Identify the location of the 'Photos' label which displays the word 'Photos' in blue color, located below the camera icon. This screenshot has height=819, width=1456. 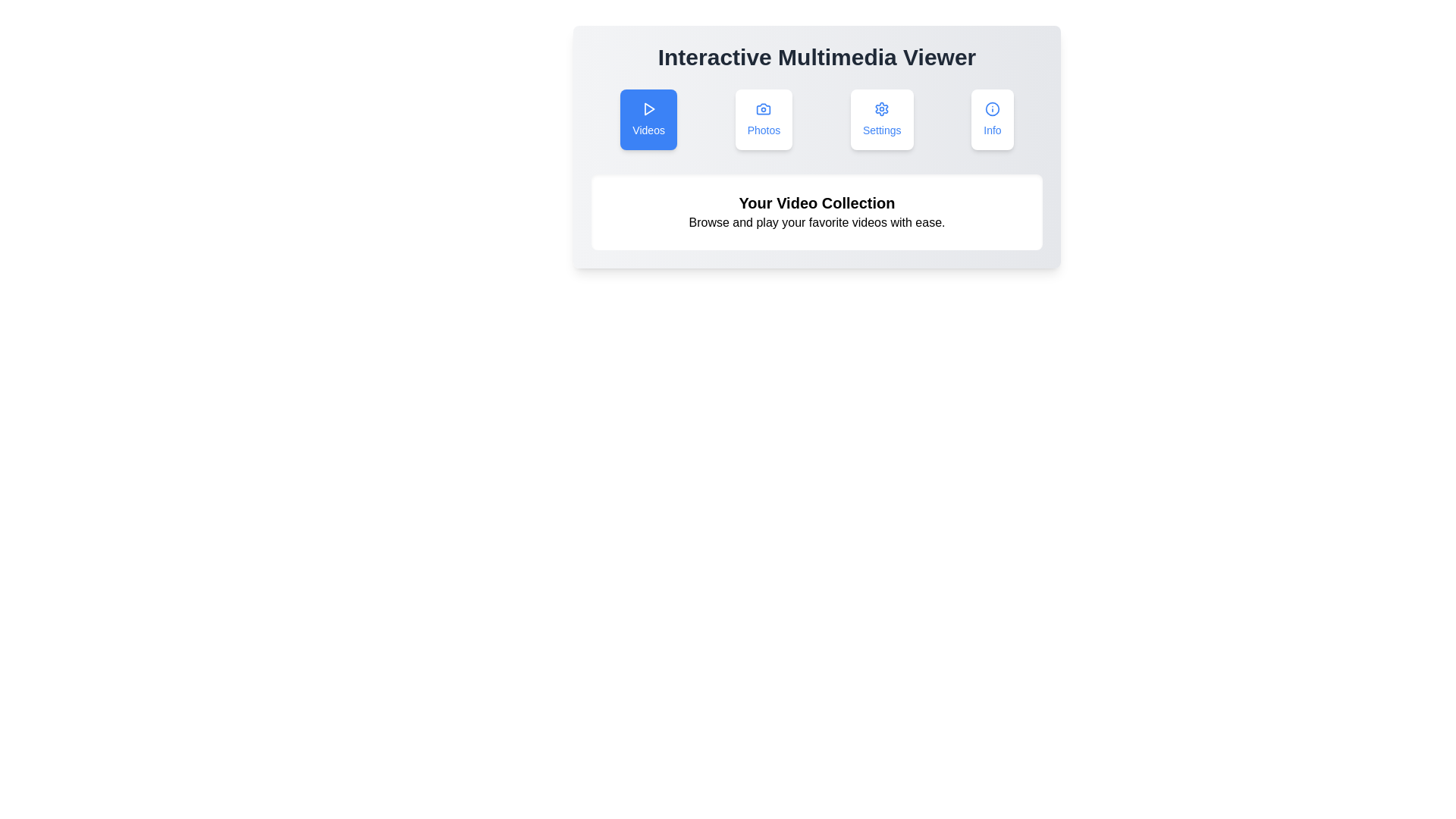
(764, 130).